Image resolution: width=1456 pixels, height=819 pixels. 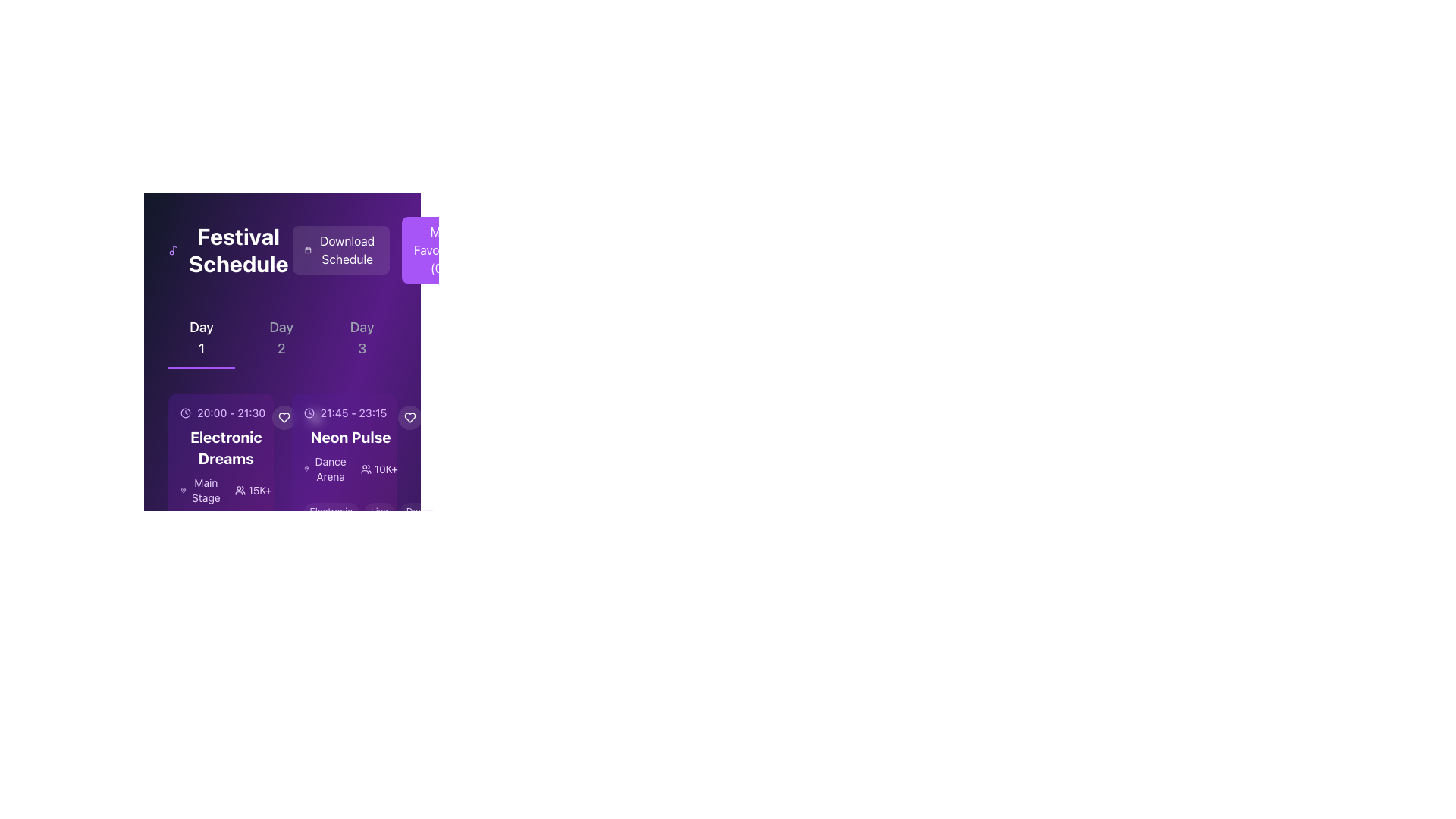 I want to click on the musical theme icon located to the immediate left of the 'Festival Schedule' text in the header section, so click(x=173, y=249).